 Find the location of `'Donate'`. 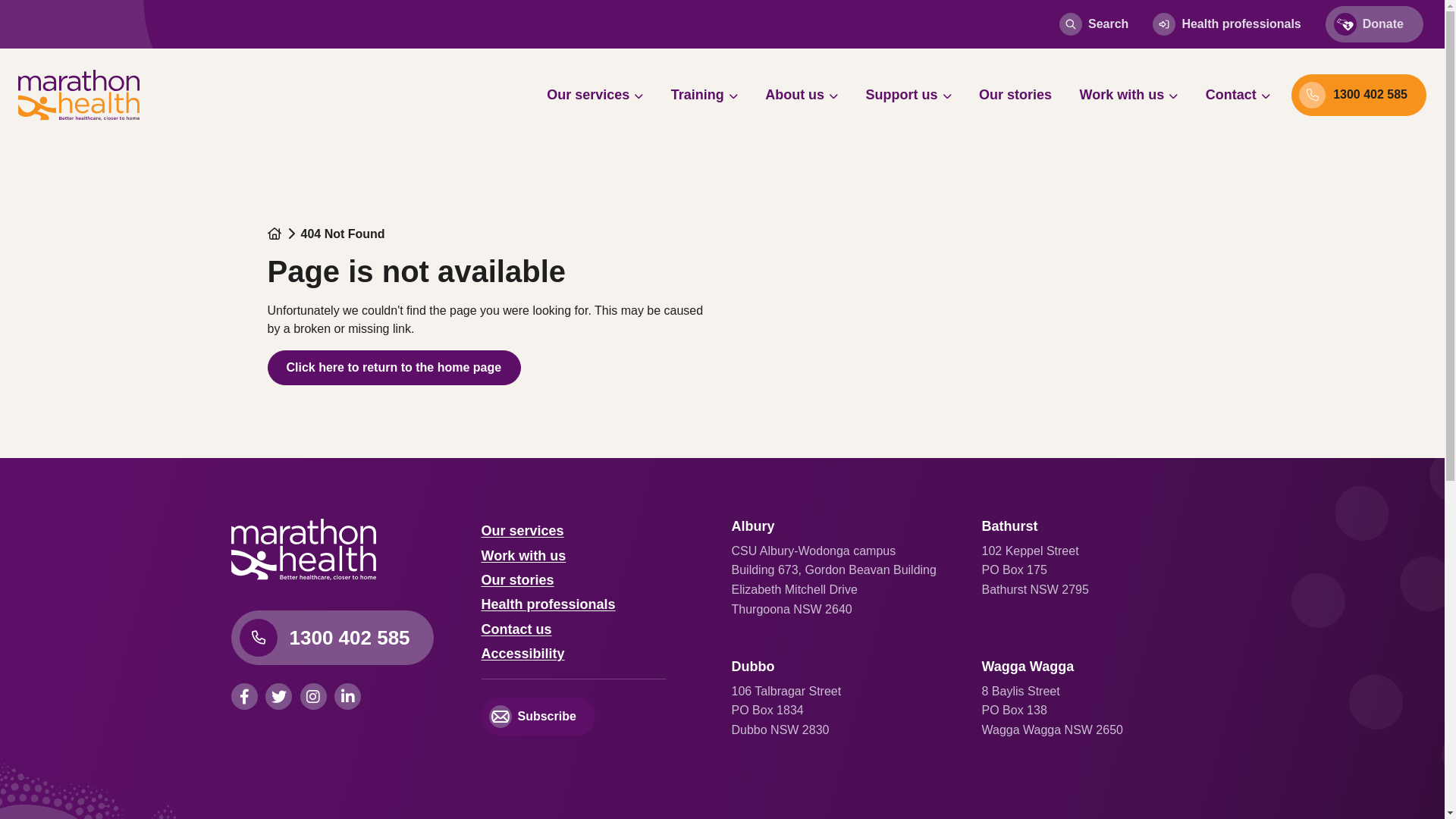

'Donate' is located at coordinates (1324, 24).